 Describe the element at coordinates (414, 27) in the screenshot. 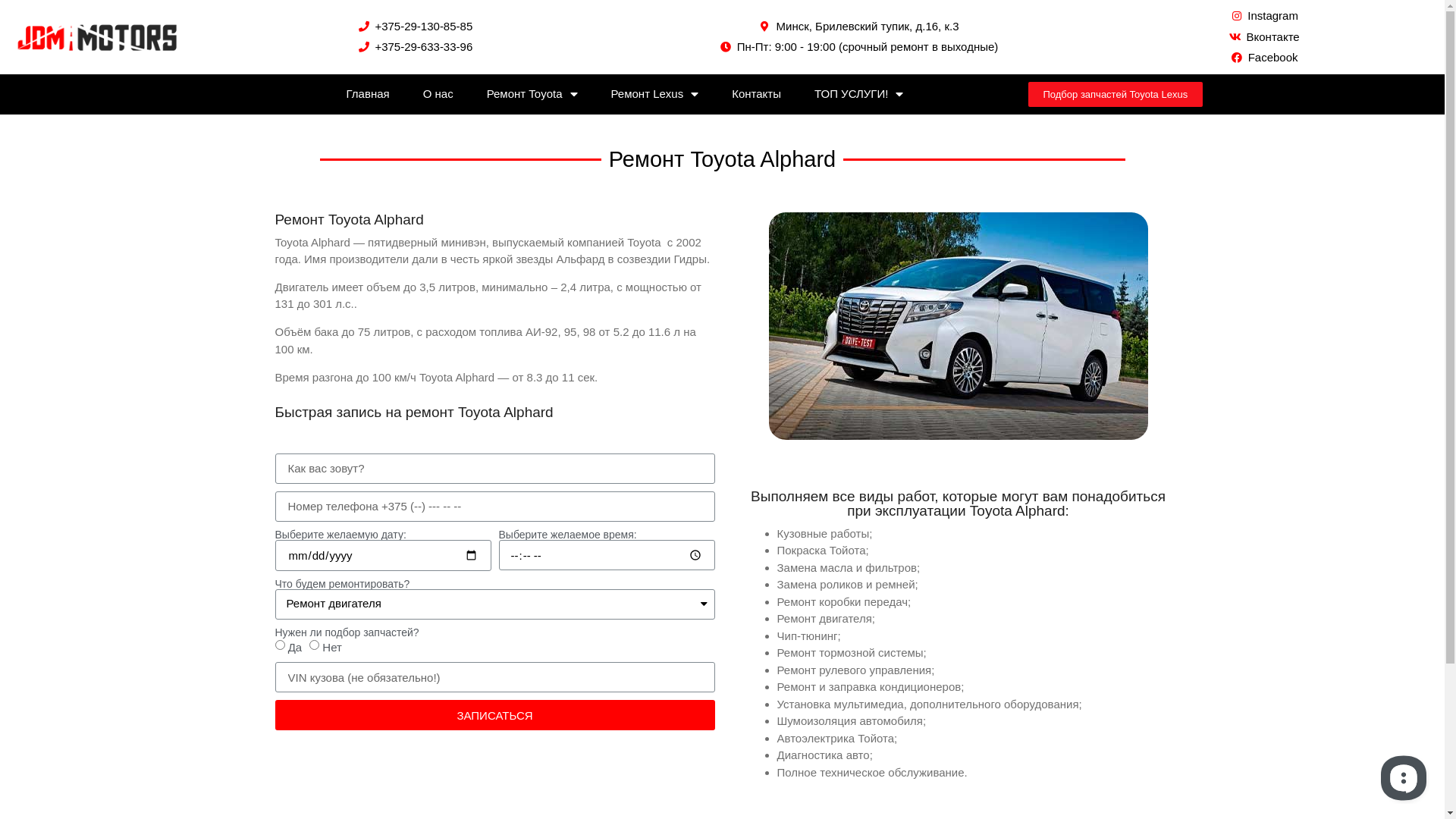

I see `'+375-29-130-85-85'` at that location.